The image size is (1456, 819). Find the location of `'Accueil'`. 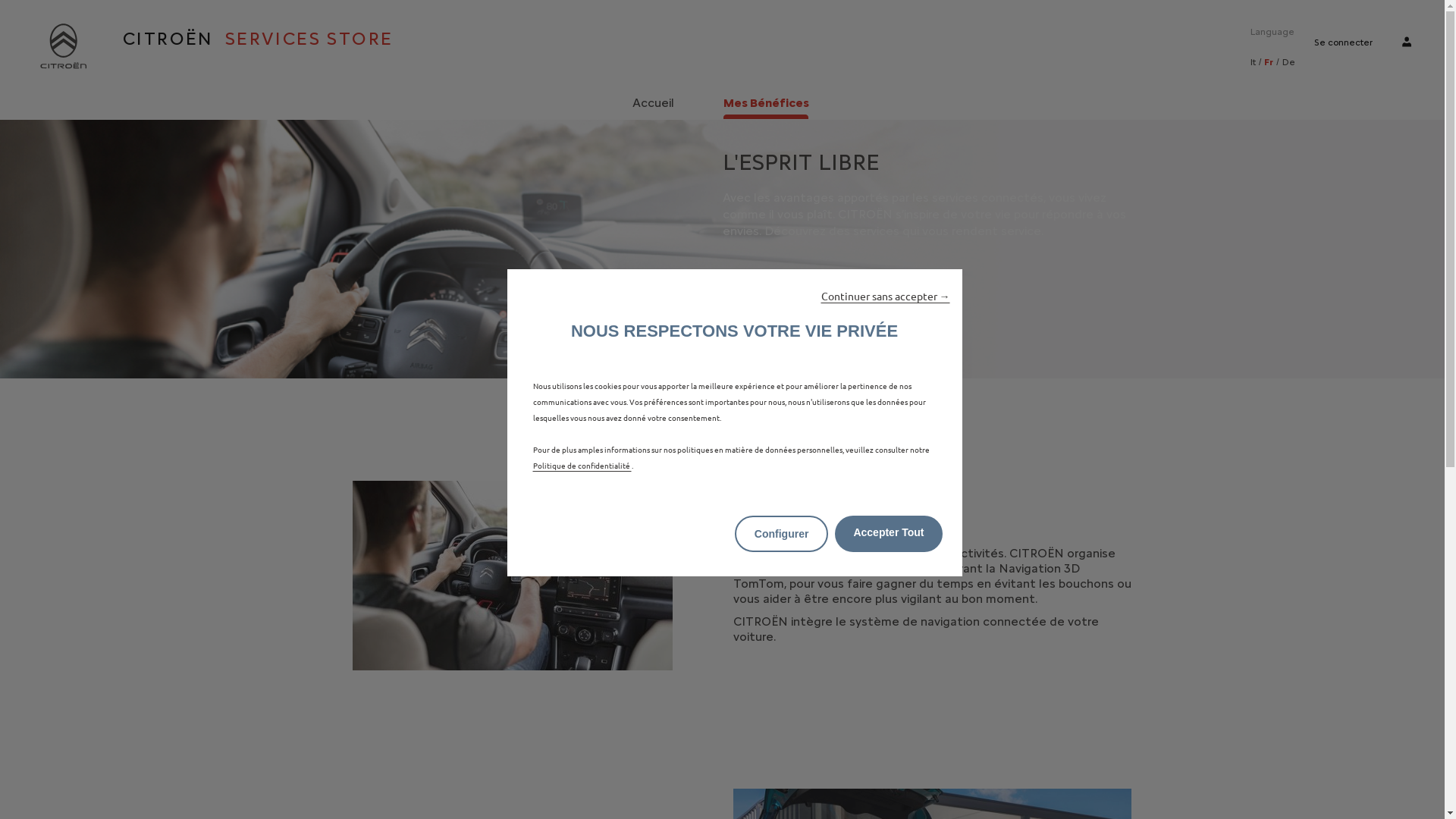

'Accueil' is located at coordinates (628, 102).